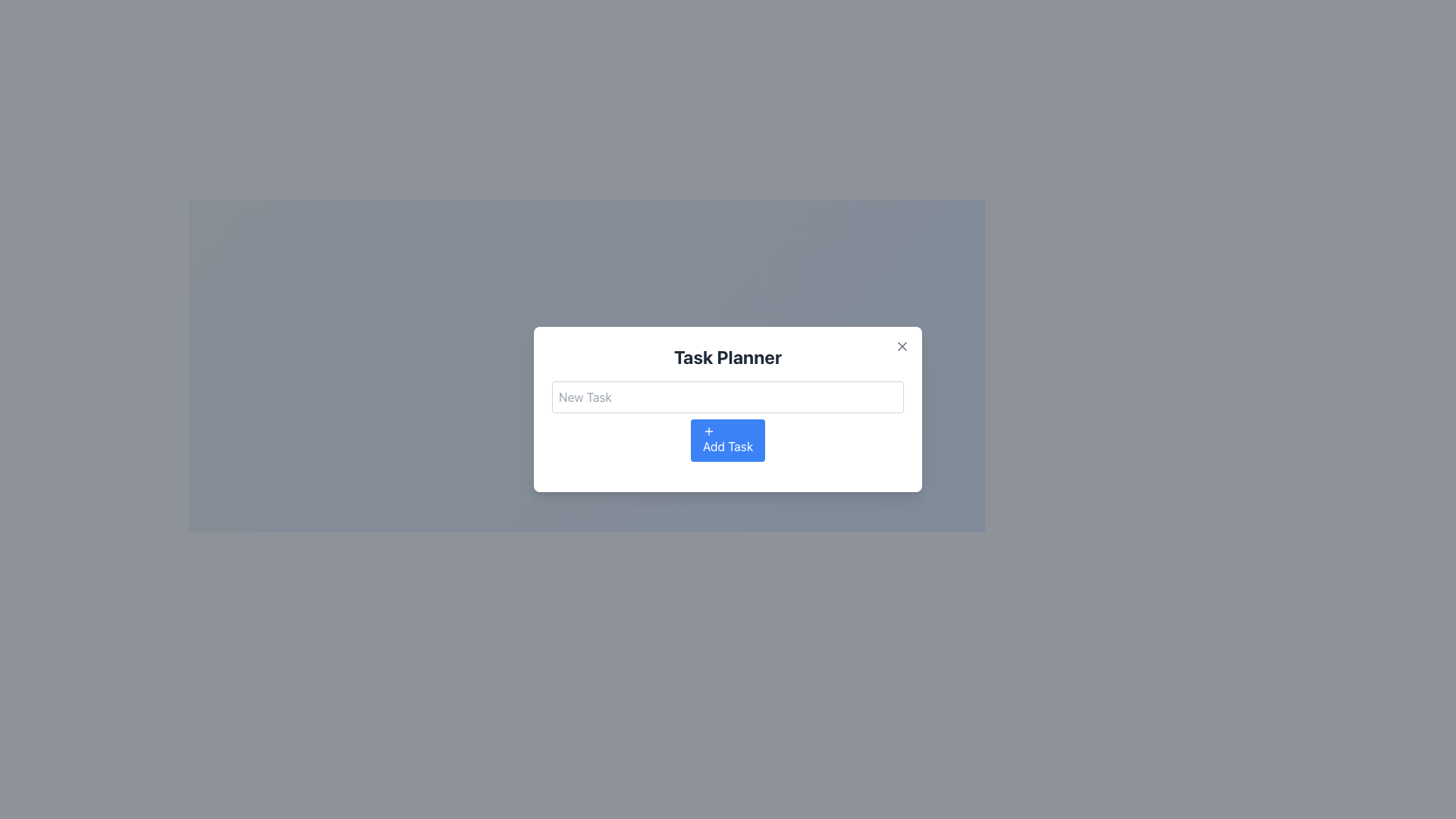 The image size is (1456, 819). I want to click on the small plus icon inside the blue button labeled 'Add Task', so click(708, 431).